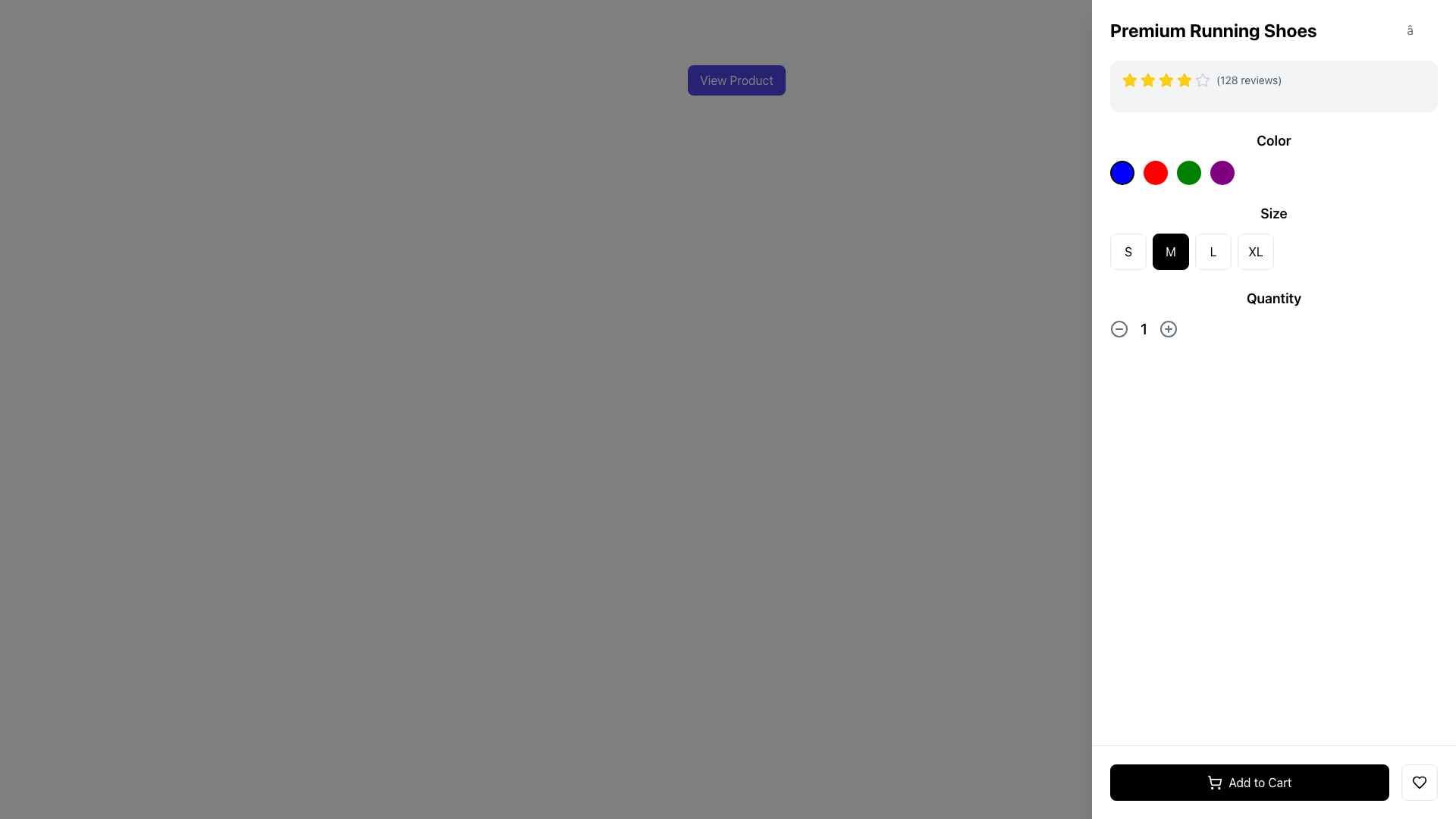 The width and height of the screenshot is (1456, 819). Describe the element at coordinates (1165, 80) in the screenshot. I see `the fourth yellow star icon in the star rating system located in the top-right section of the interface for specific interactions` at that location.